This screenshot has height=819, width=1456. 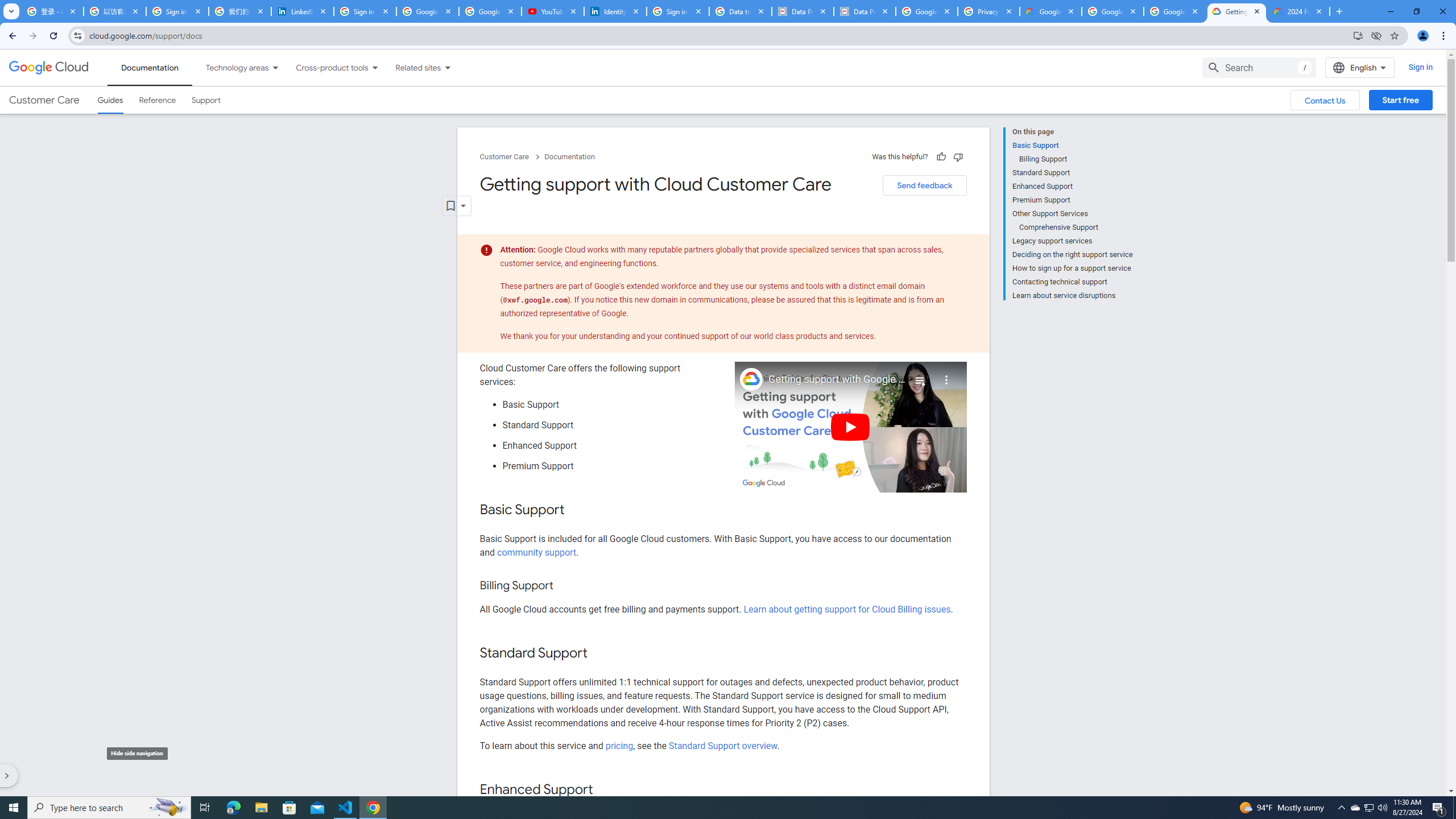 I want to click on 'Legacy support services', so click(x=1072, y=241).